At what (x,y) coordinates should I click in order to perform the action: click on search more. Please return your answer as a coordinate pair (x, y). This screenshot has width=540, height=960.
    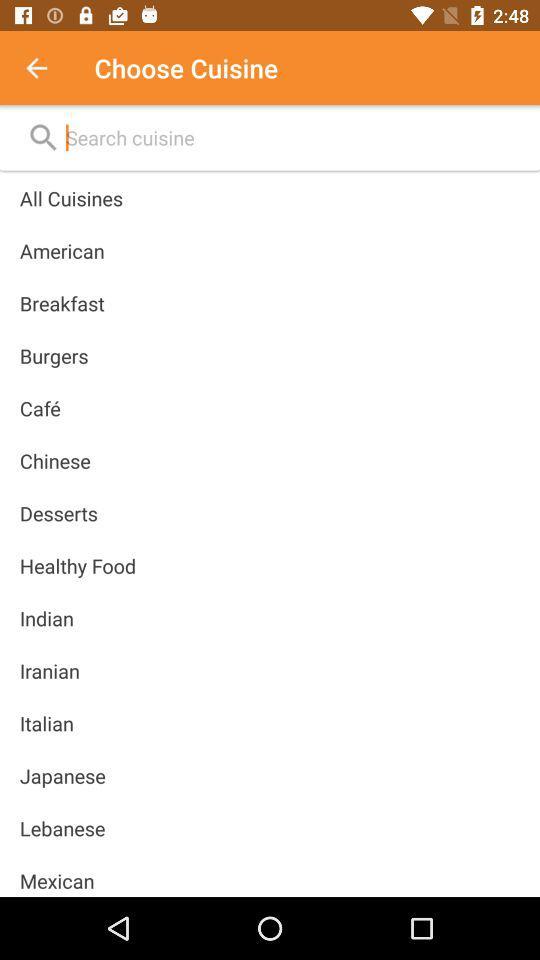
    Looking at the image, I should click on (291, 136).